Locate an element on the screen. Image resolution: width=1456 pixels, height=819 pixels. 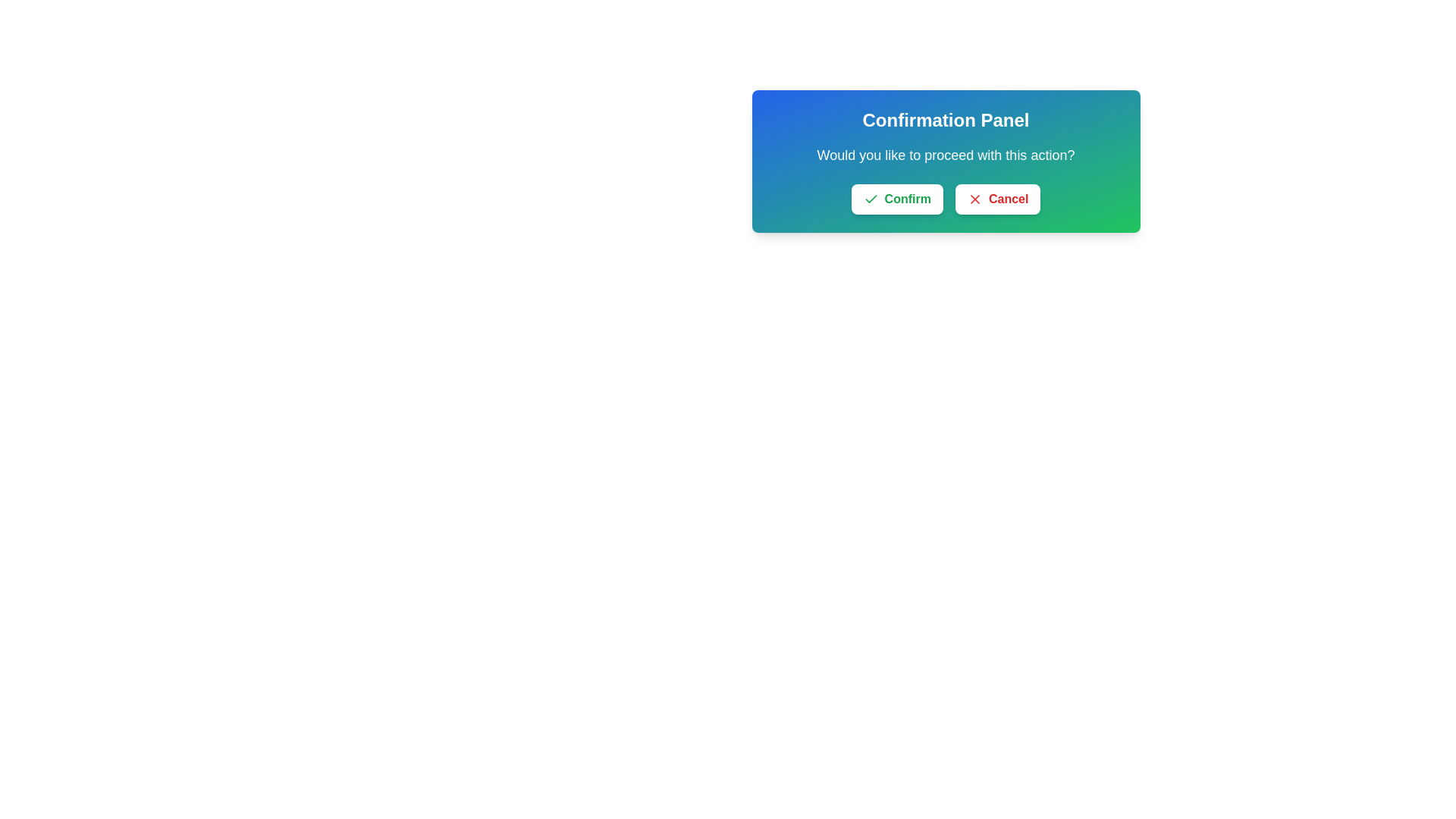
the 'Confirm' button which contains the checkmark icon, located in the center of the interface is located at coordinates (871, 198).